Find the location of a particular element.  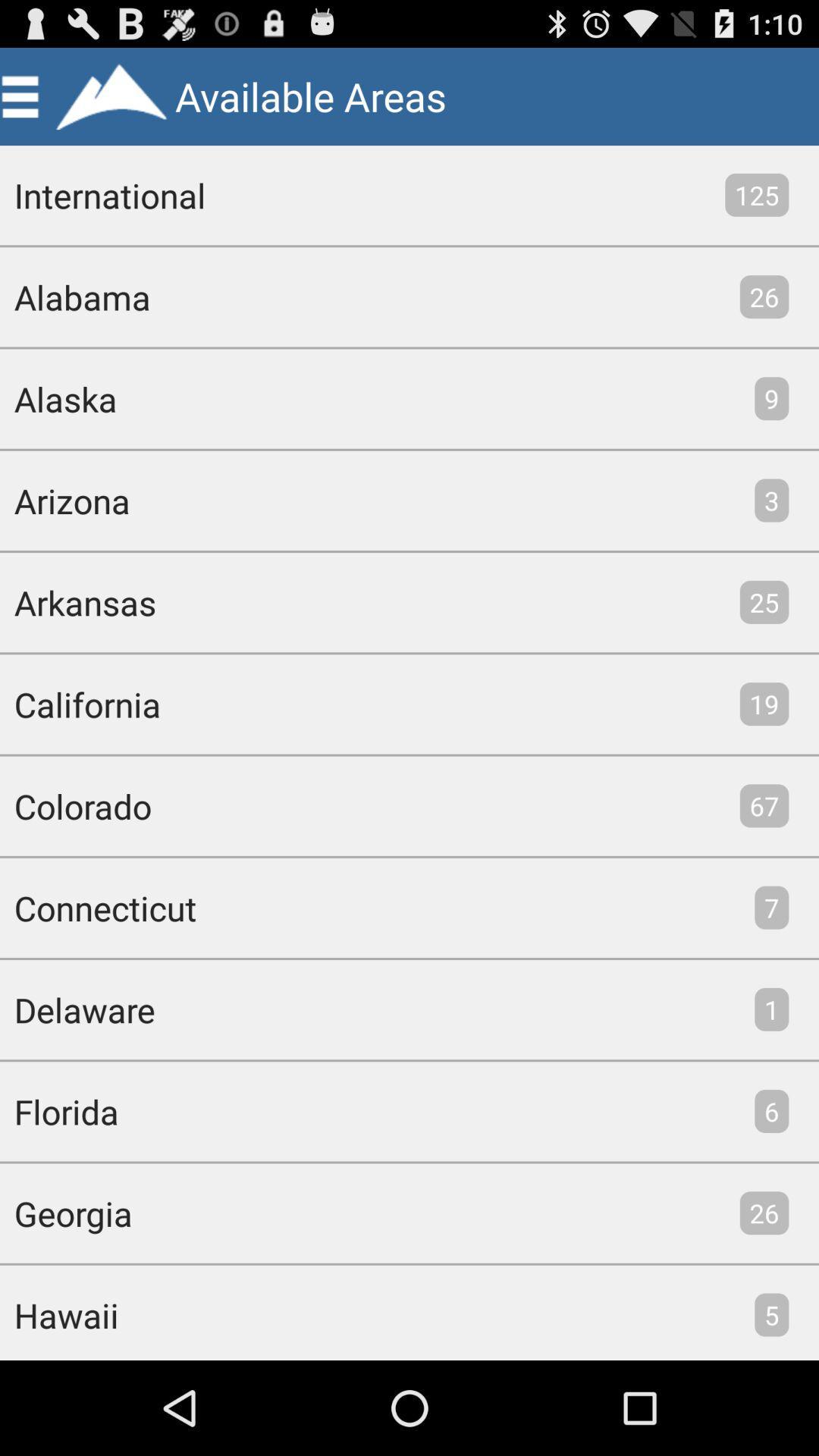

app below the 1 icon is located at coordinates (771, 1111).